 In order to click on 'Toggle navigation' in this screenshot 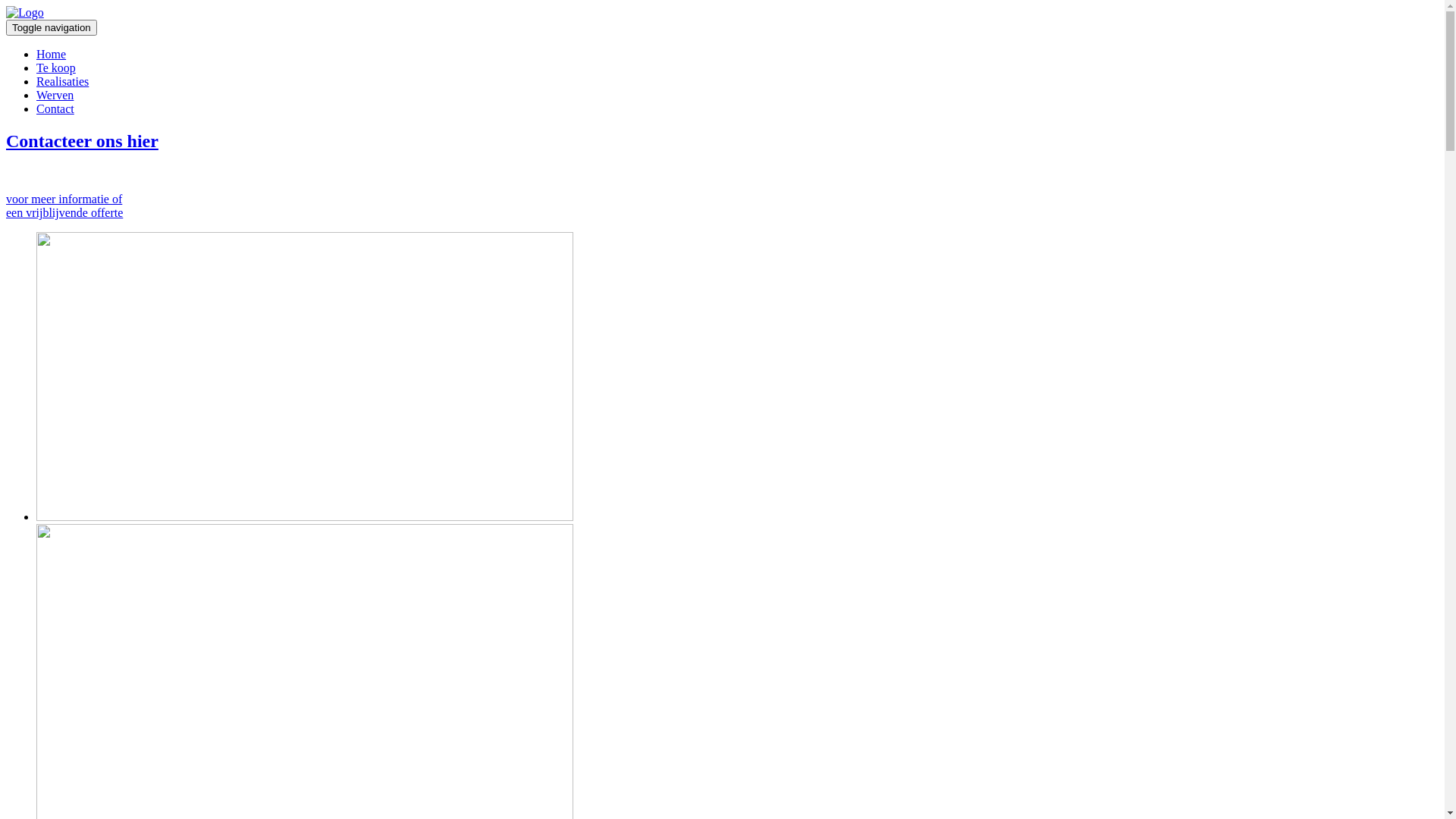, I will do `click(51, 27)`.